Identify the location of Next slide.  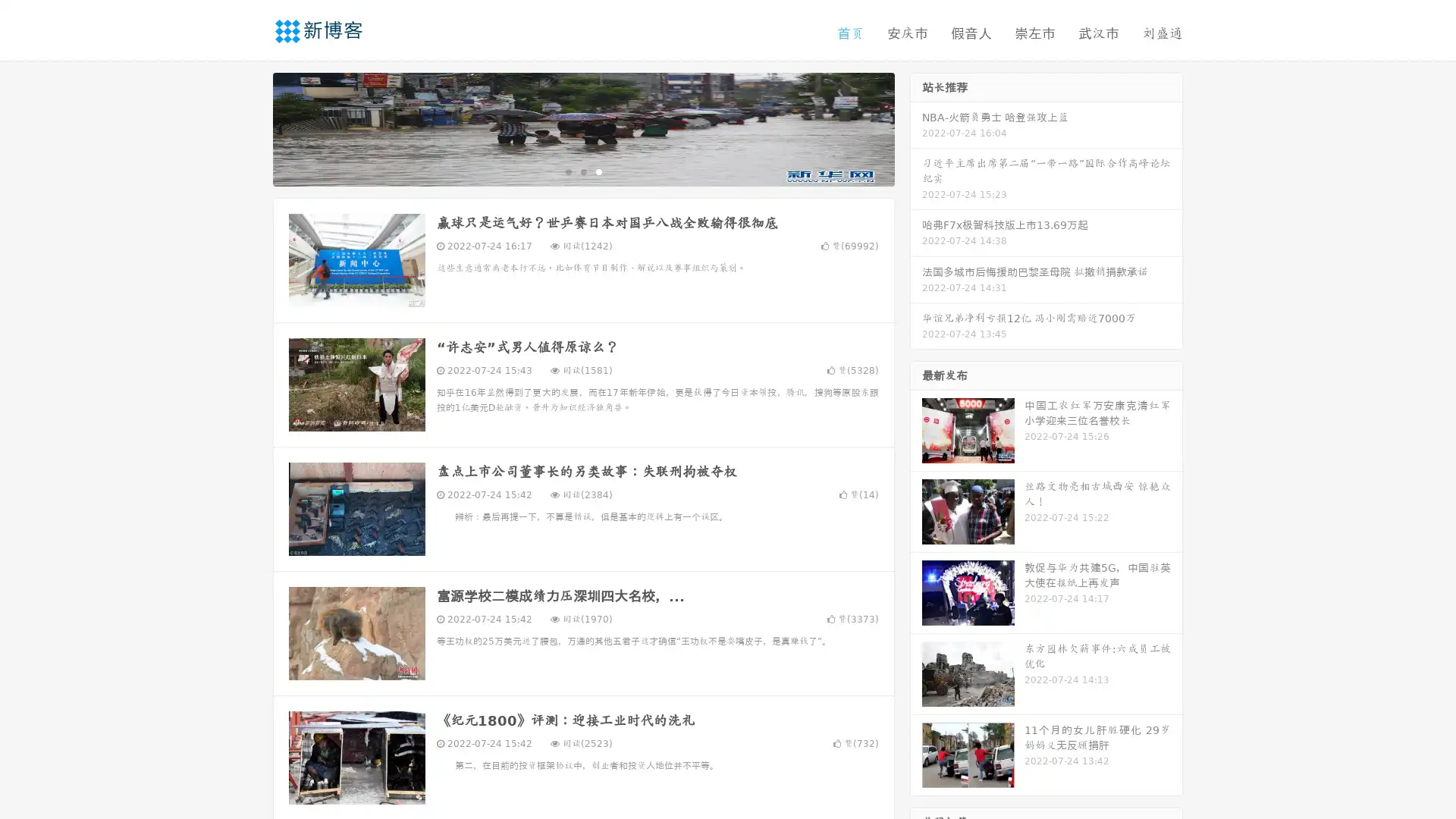
(916, 127).